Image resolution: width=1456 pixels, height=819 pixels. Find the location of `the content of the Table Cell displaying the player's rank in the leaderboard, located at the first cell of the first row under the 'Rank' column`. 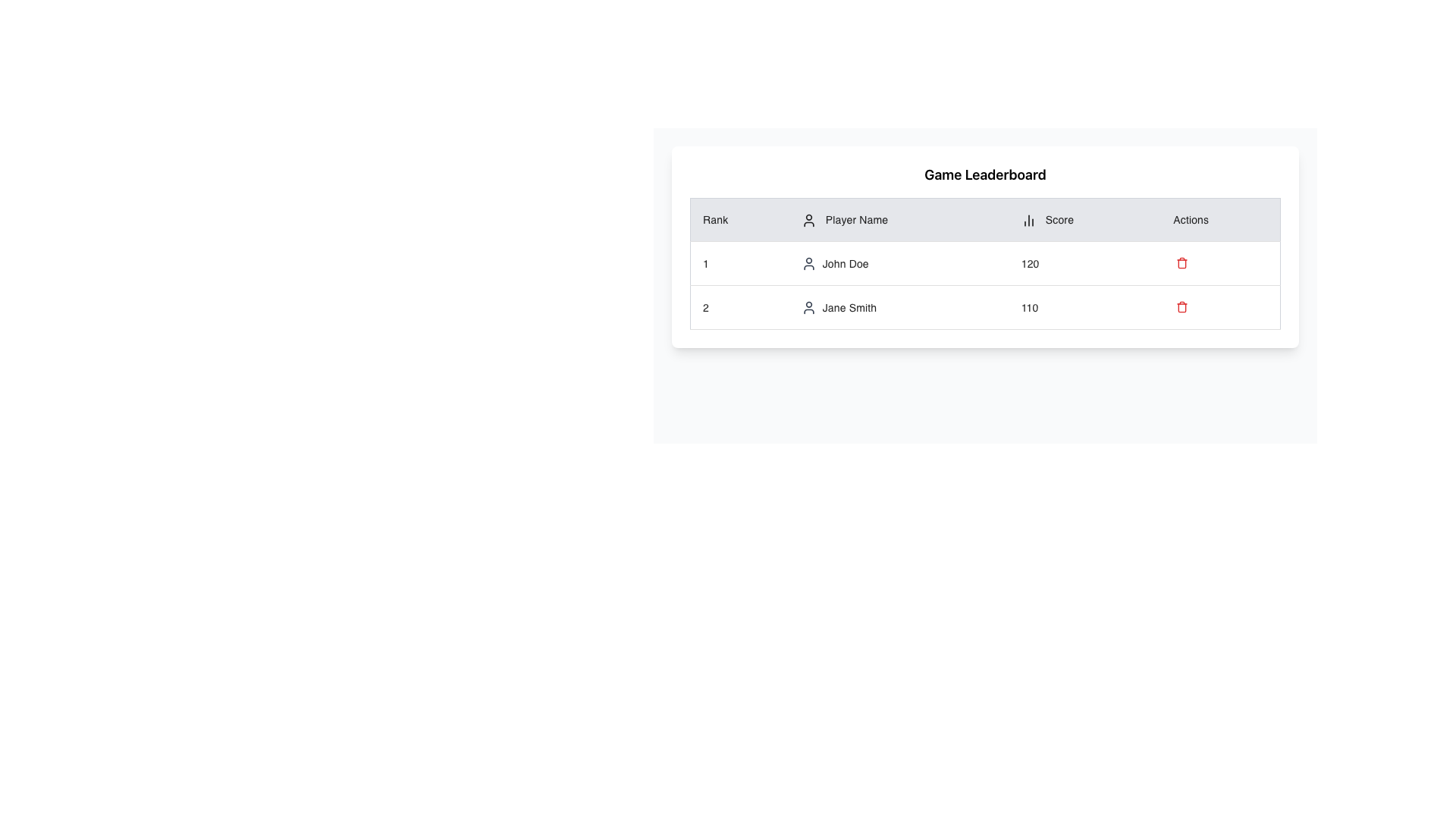

the content of the Table Cell displaying the player's rank in the leaderboard, located at the first cell of the first row under the 'Rank' column is located at coordinates (739, 262).